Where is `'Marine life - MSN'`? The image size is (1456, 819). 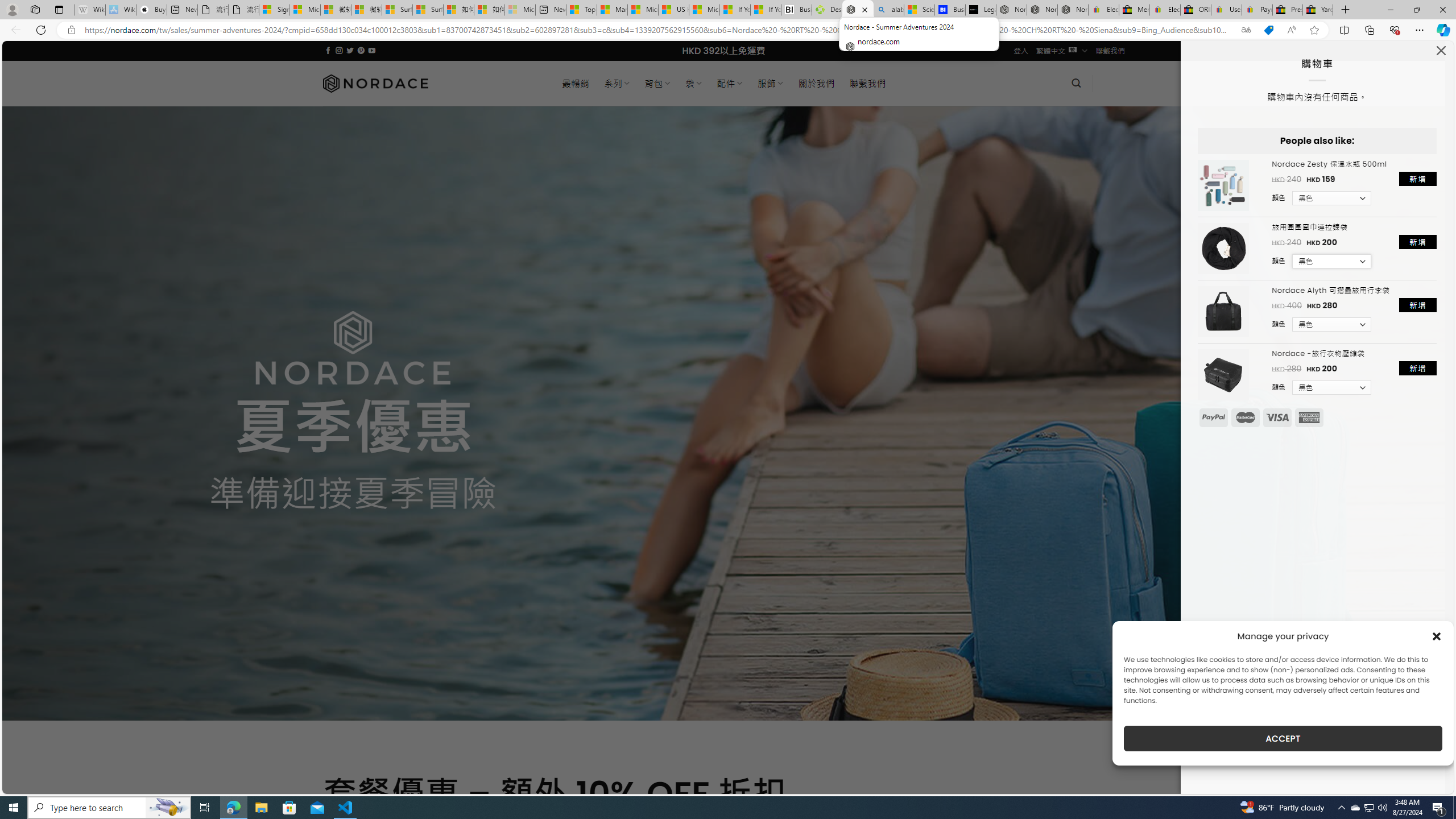 'Marine life - MSN' is located at coordinates (612, 9).